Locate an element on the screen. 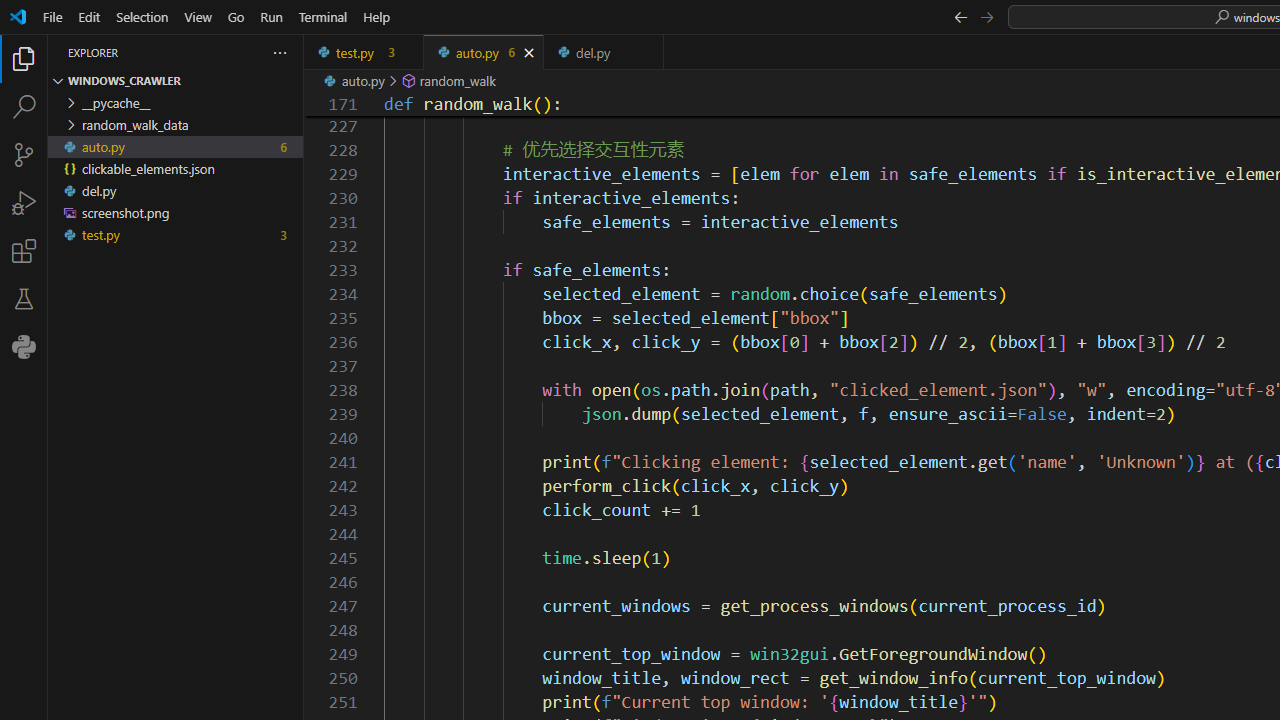 Image resolution: width=1280 pixels, height=720 pixels. 'auto.py' is located at coordinates (483, 51).